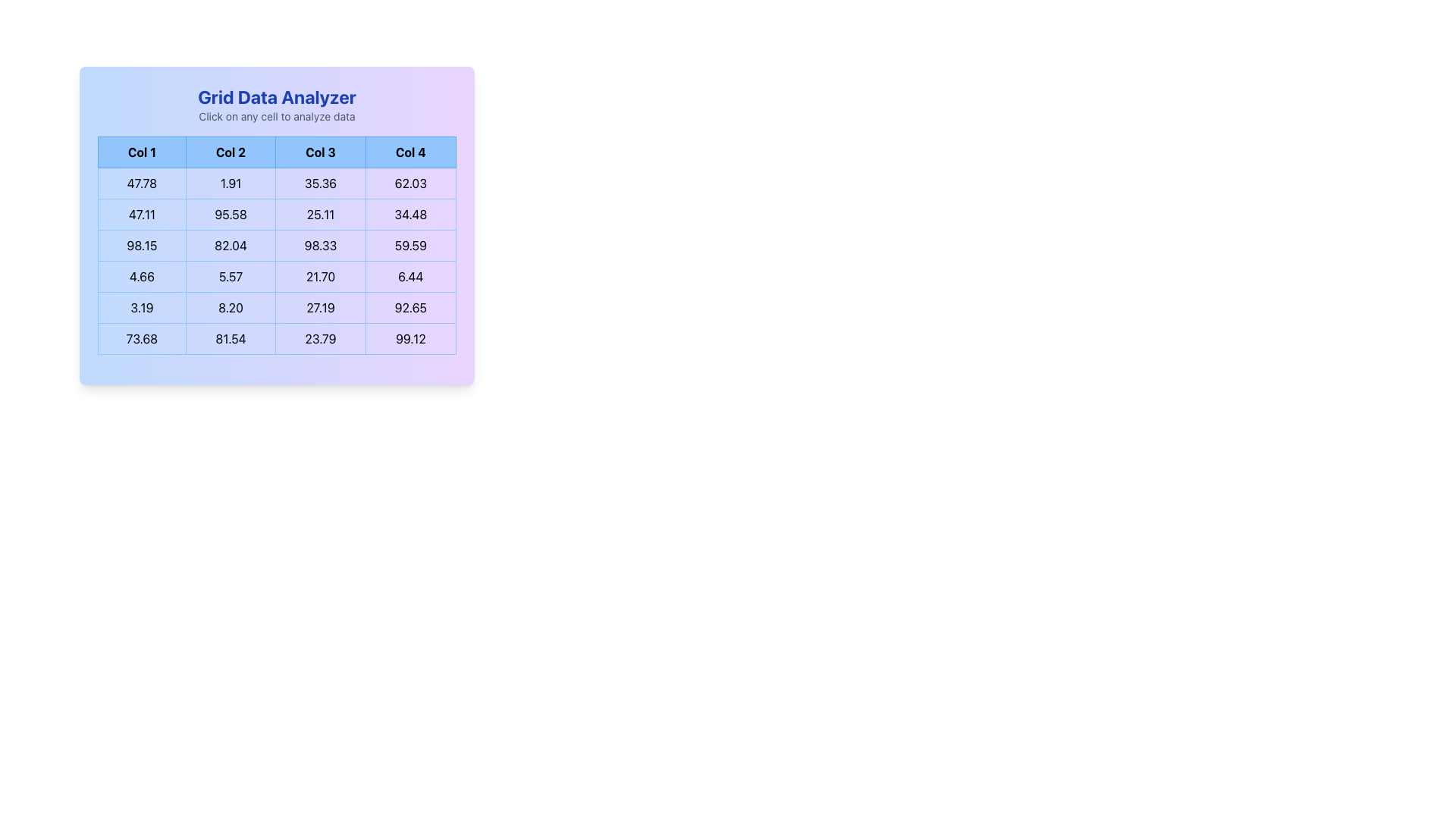 Image resolution: width=1456 pixels, height=819 pixels. Describe the element at coordinates (410, 214) in the screenshot. I see `the grid cell displaying the numerical value '34.48'` at that location.